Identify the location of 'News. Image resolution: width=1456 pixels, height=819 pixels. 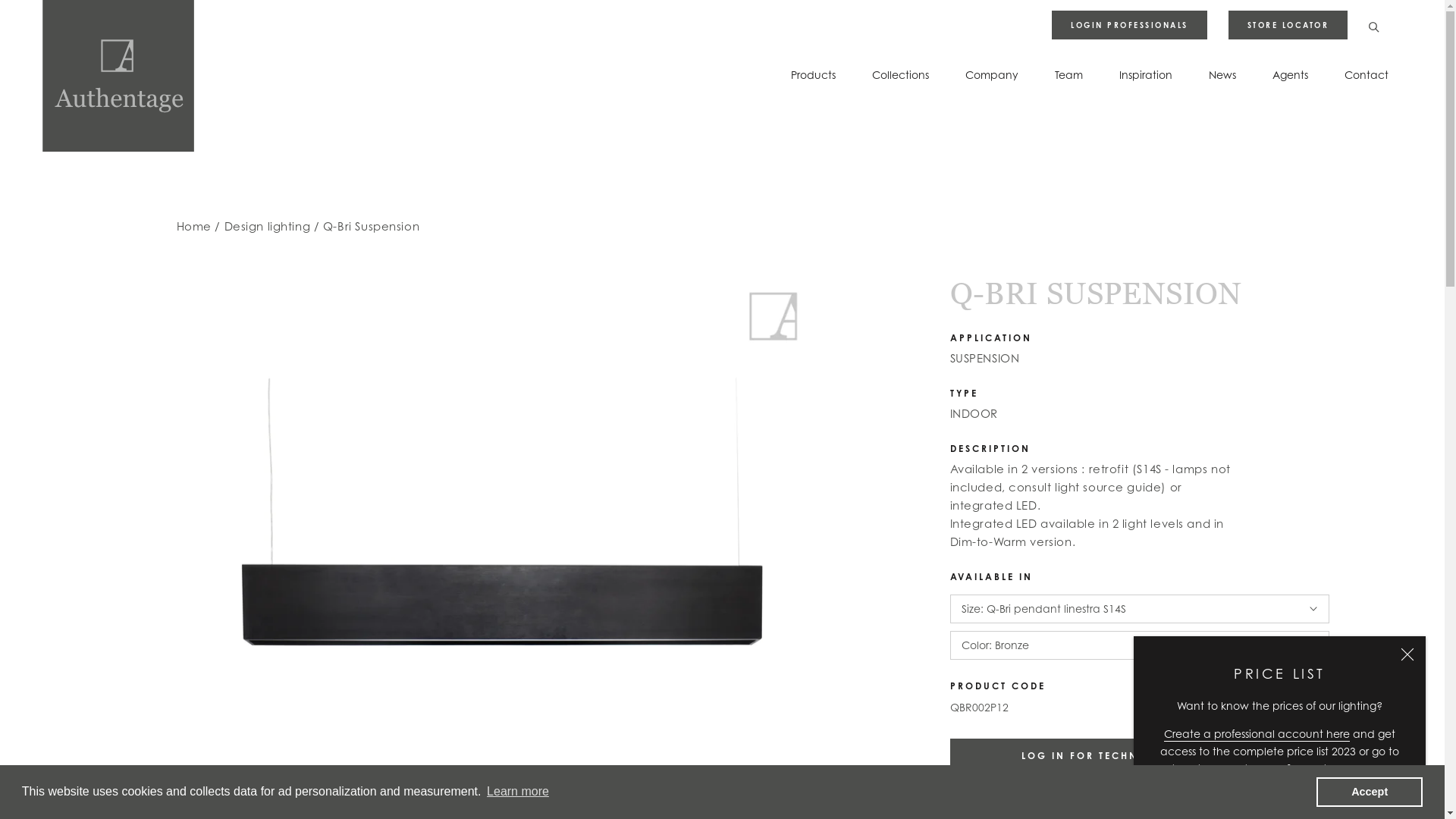
(1222, 74).